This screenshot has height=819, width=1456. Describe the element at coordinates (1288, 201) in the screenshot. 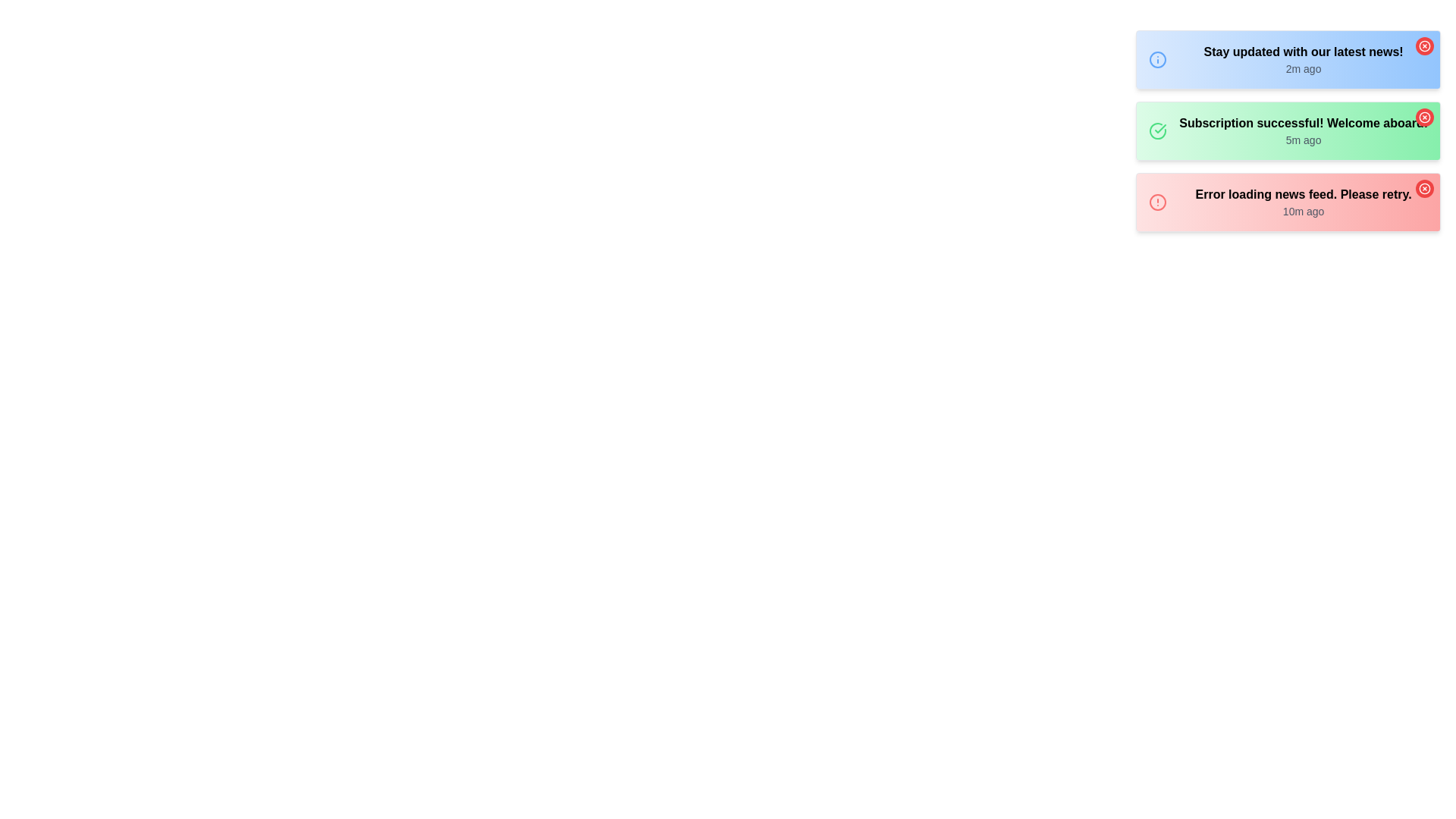

I see `the error type` at that location.